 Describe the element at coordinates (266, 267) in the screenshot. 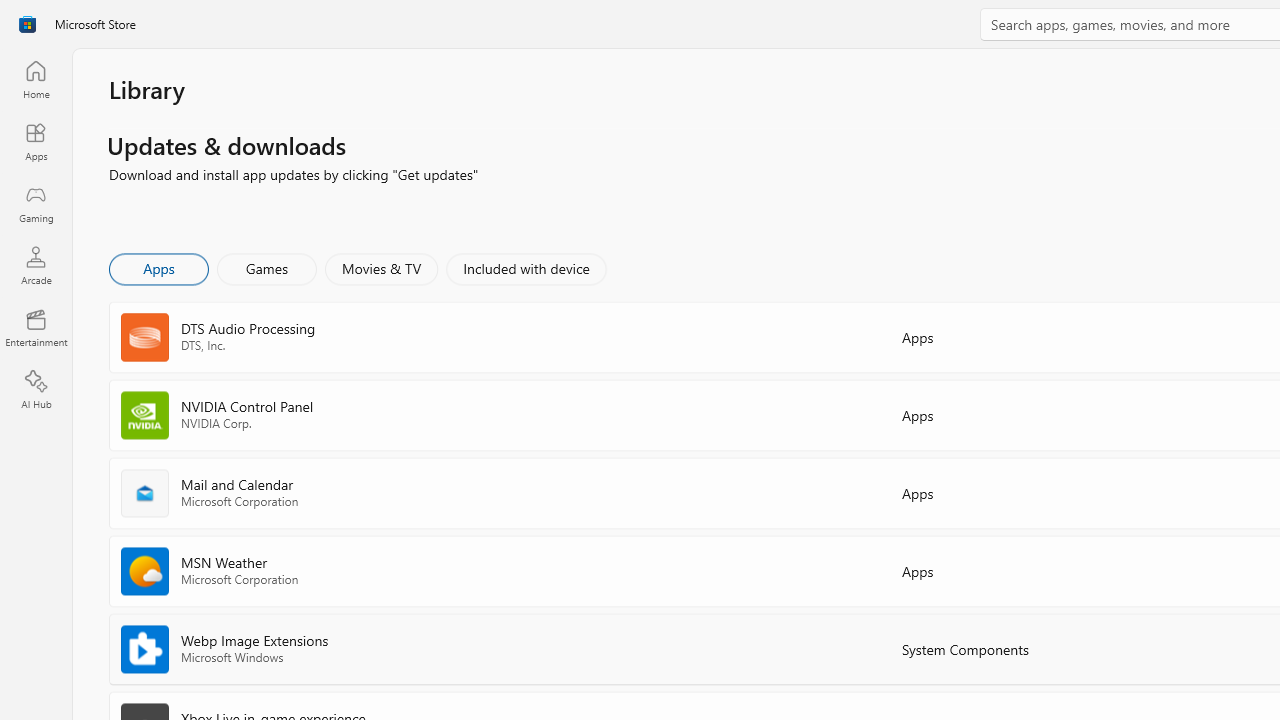

I see `'Games'` at that location.